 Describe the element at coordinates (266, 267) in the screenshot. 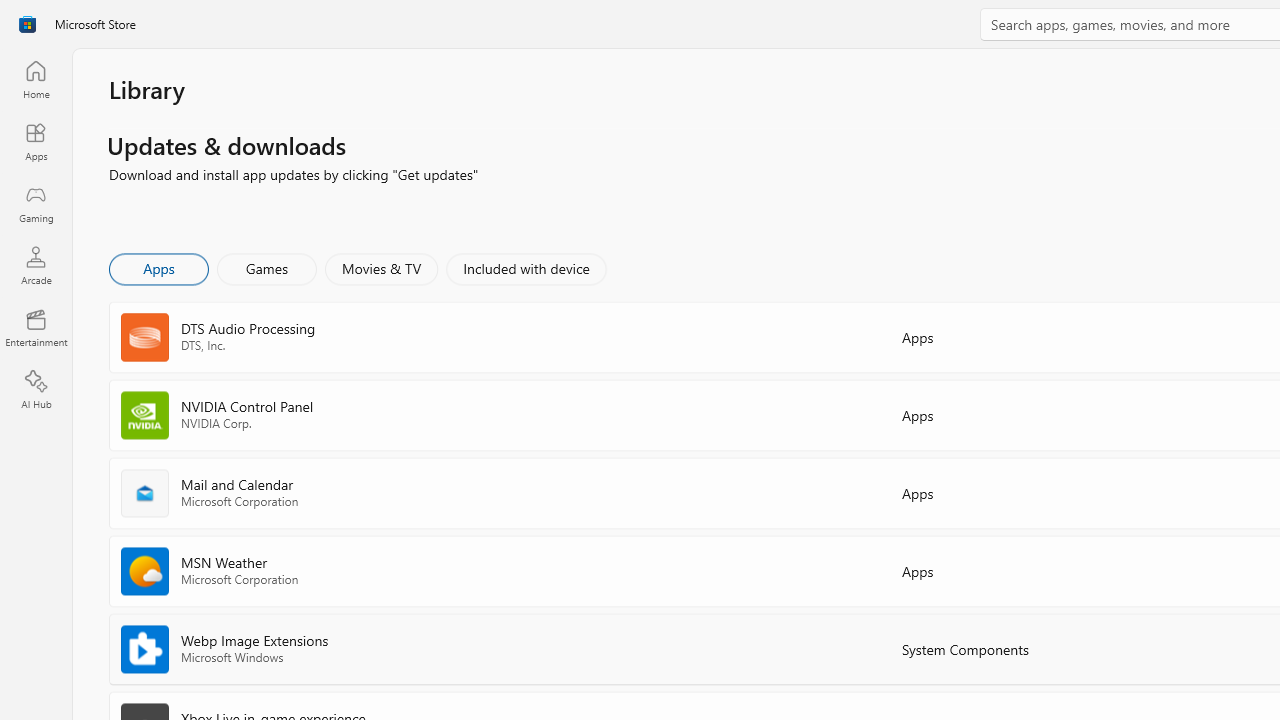

I see `'Games'` at that location.